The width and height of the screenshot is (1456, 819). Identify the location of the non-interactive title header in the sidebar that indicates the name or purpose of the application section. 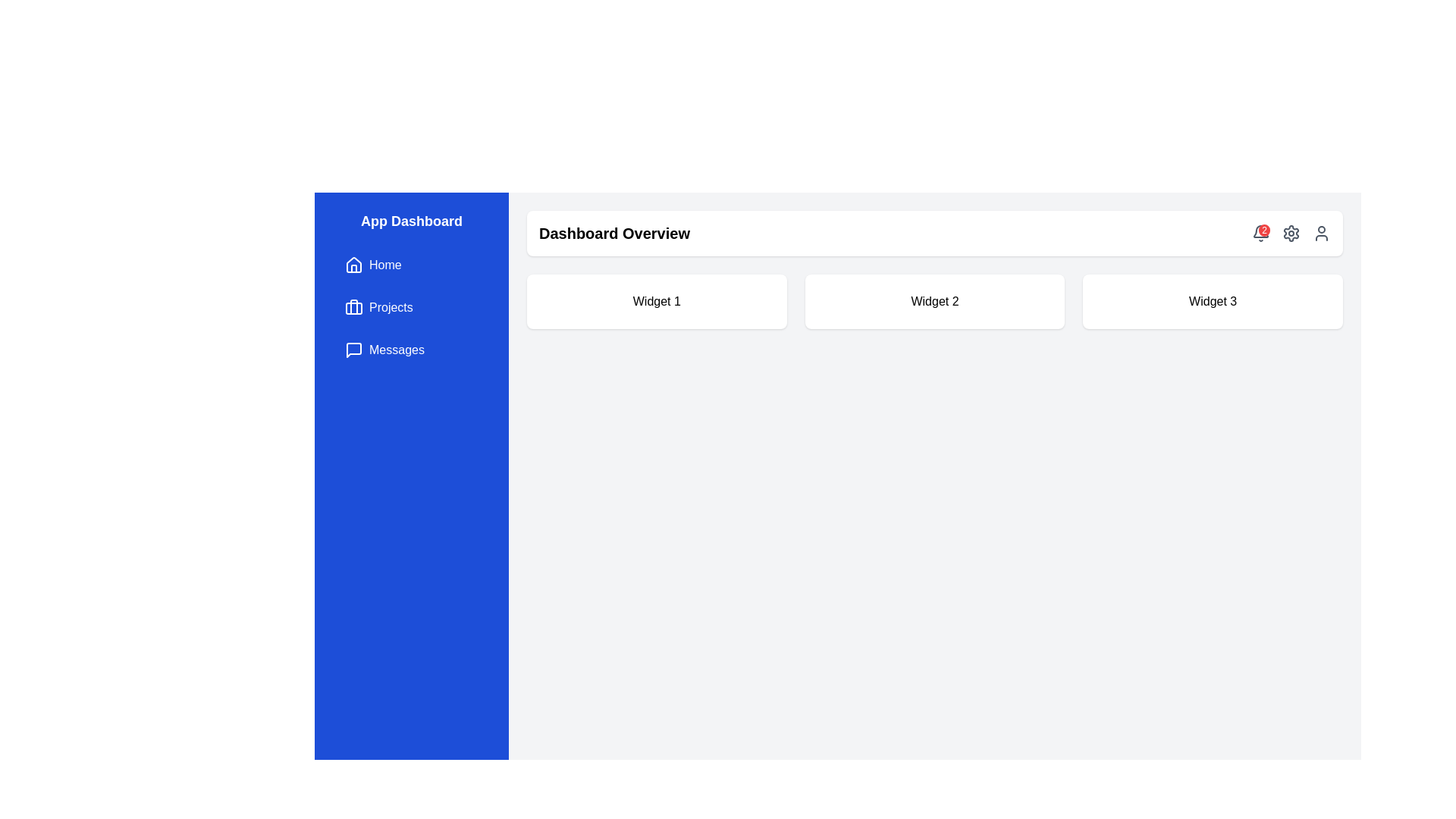
(411, 221).